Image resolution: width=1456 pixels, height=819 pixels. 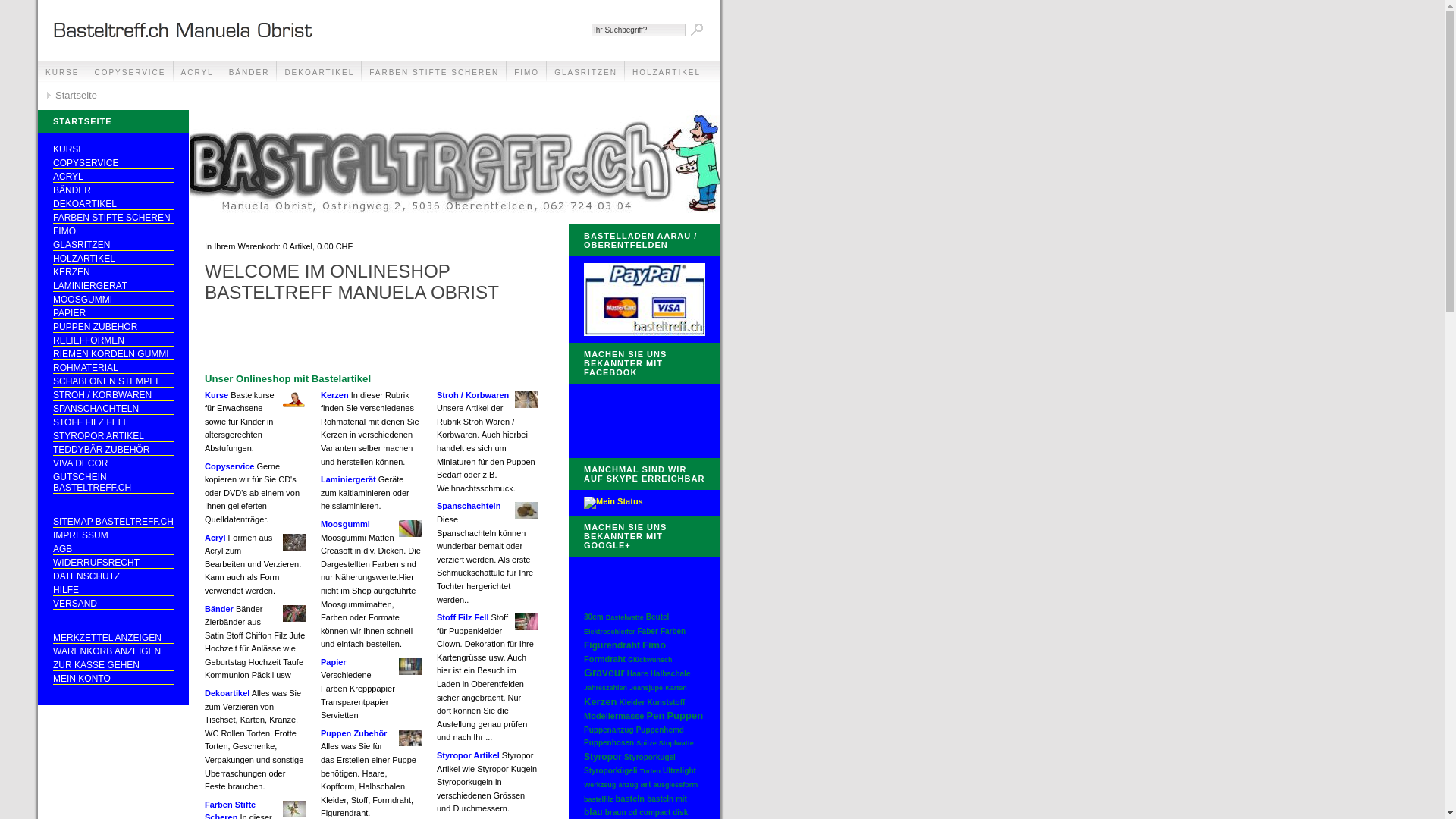 What do you see at coordinates (657, 617) in the screenshot?
I see `'Beutel'` at bounding box center [657, 617].